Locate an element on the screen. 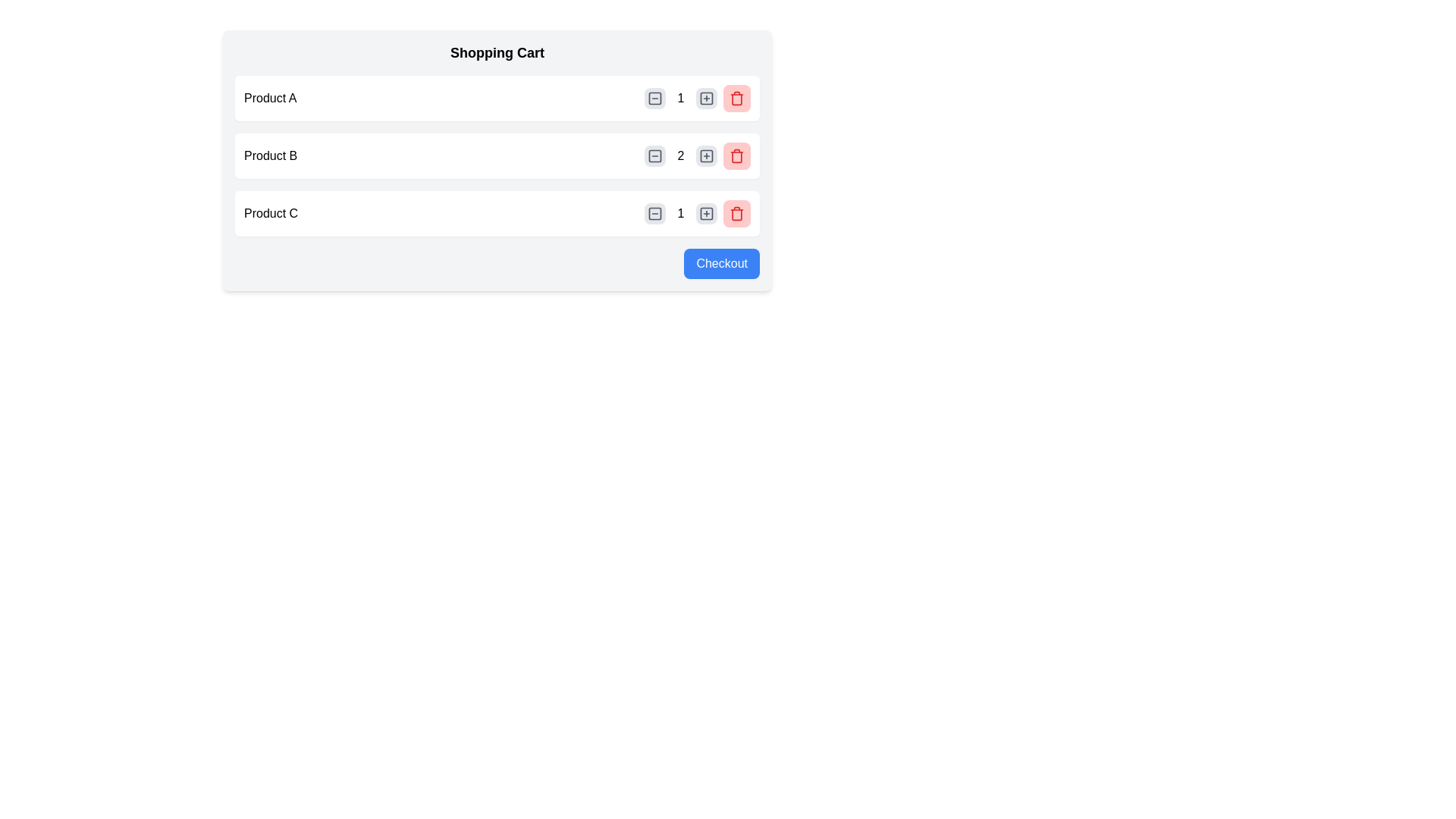 The width and height of the screenshot is (1456, 819). the 'Checkout' button, which is a vibrant blue rectangular button with rounded edges located at the bottom-right corner of the 'Shopping Cart' section is located at coordinates (721, 262).